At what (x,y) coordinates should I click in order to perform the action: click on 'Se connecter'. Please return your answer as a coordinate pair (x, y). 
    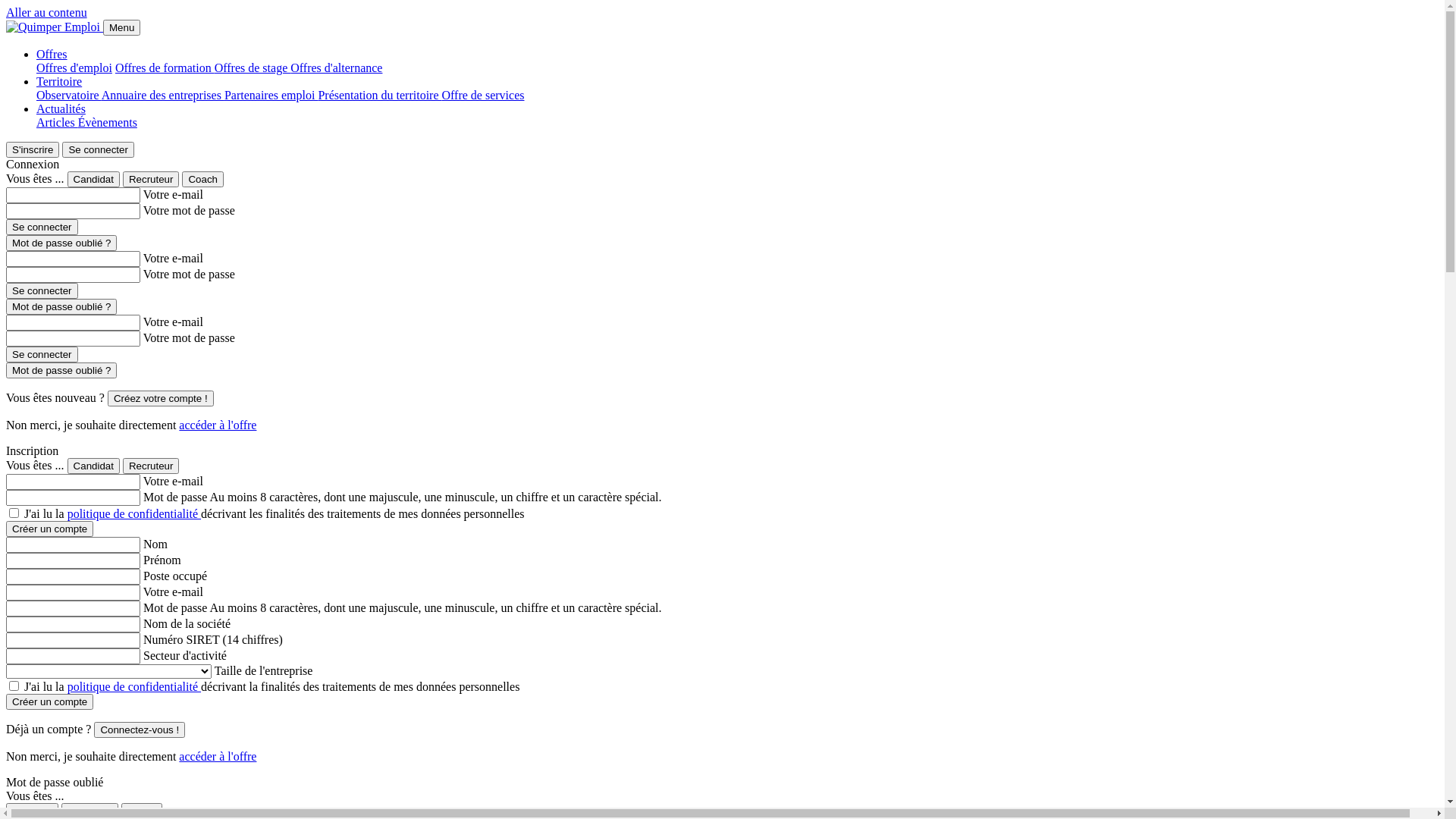
    Looking at the image, I should click on (42, 354).